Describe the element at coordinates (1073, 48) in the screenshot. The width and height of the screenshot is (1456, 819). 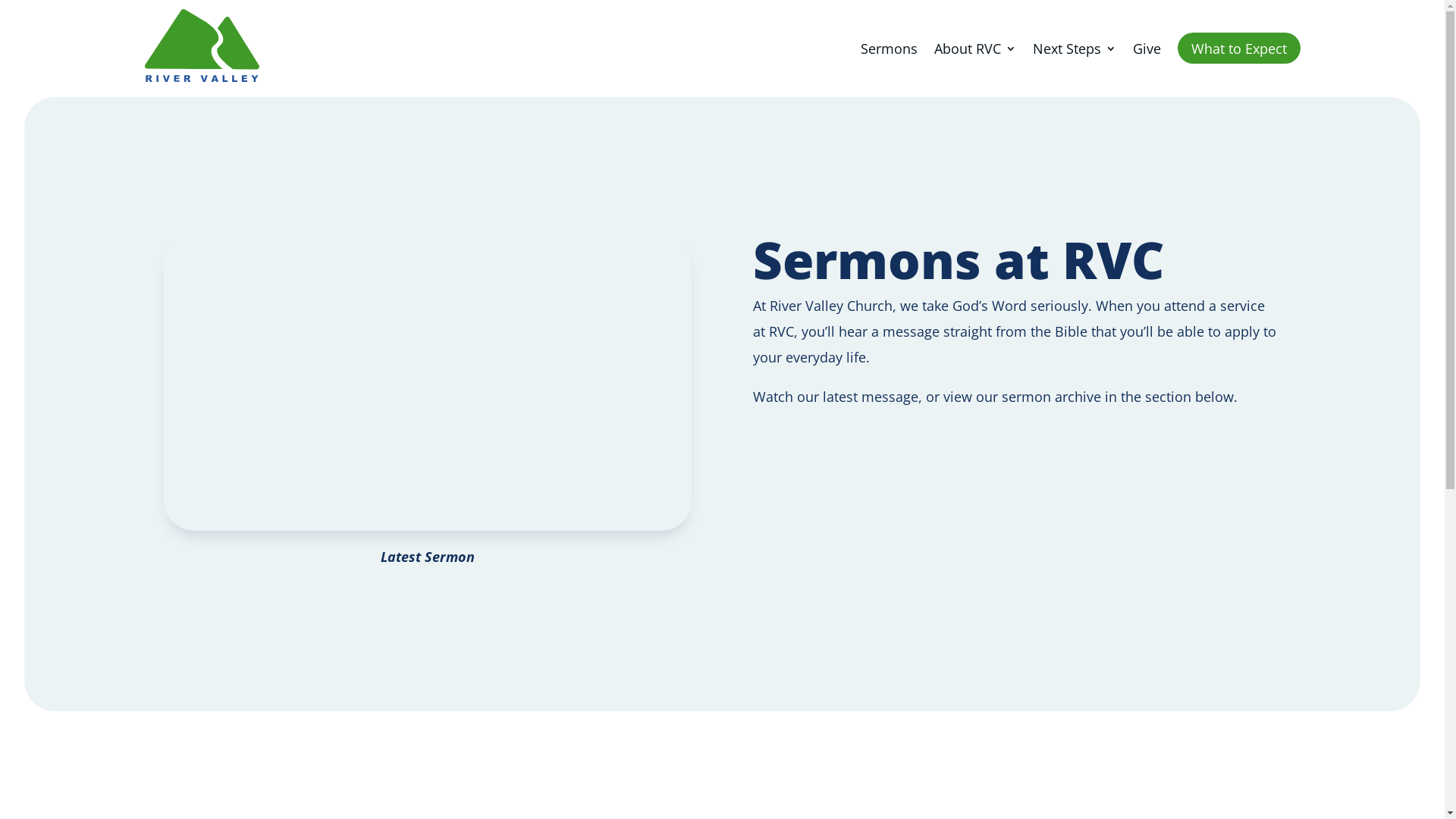
I see `'Next Steps'` at that location.